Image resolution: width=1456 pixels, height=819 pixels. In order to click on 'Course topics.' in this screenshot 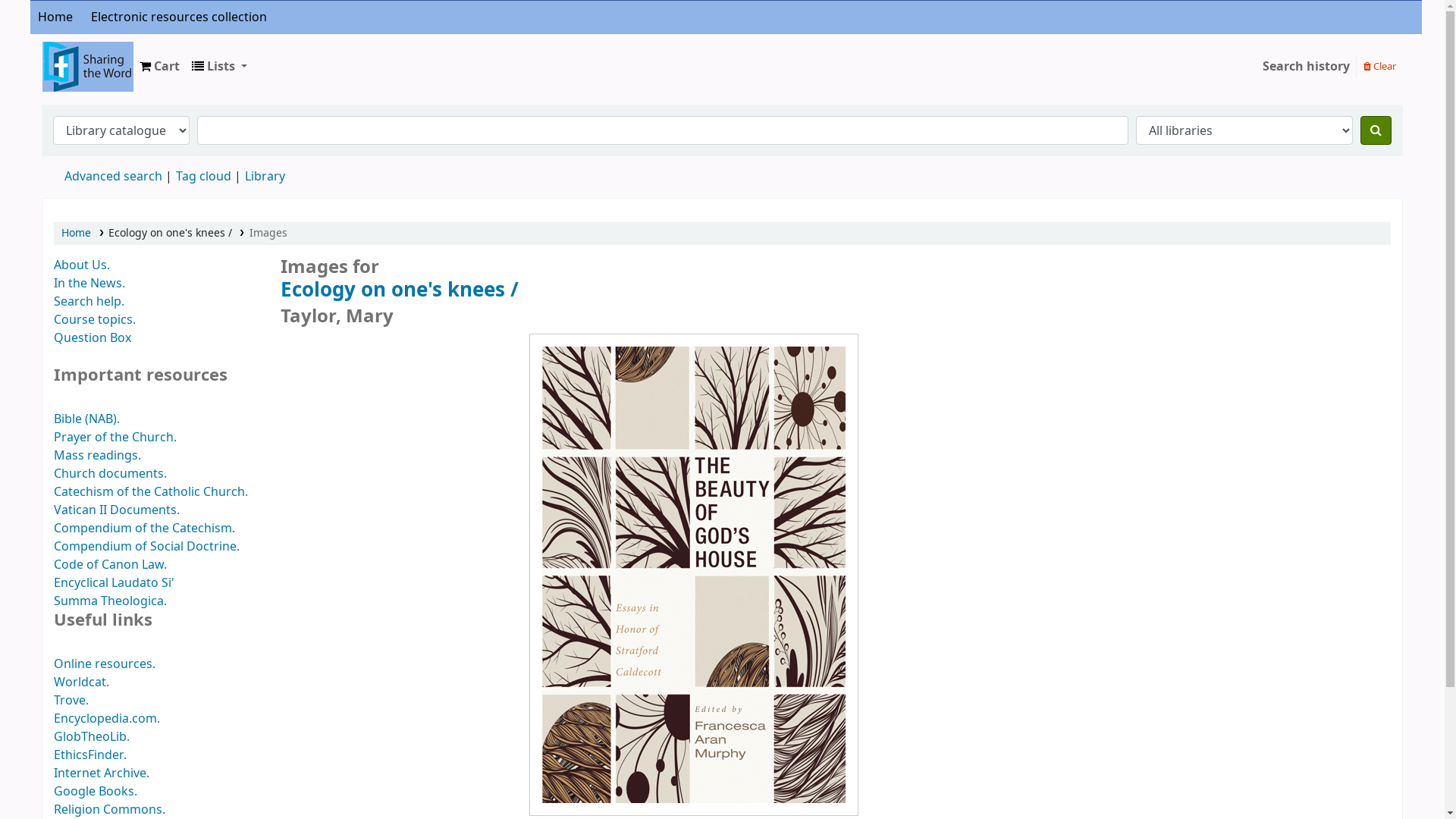, I will do `click(93, 318)`.